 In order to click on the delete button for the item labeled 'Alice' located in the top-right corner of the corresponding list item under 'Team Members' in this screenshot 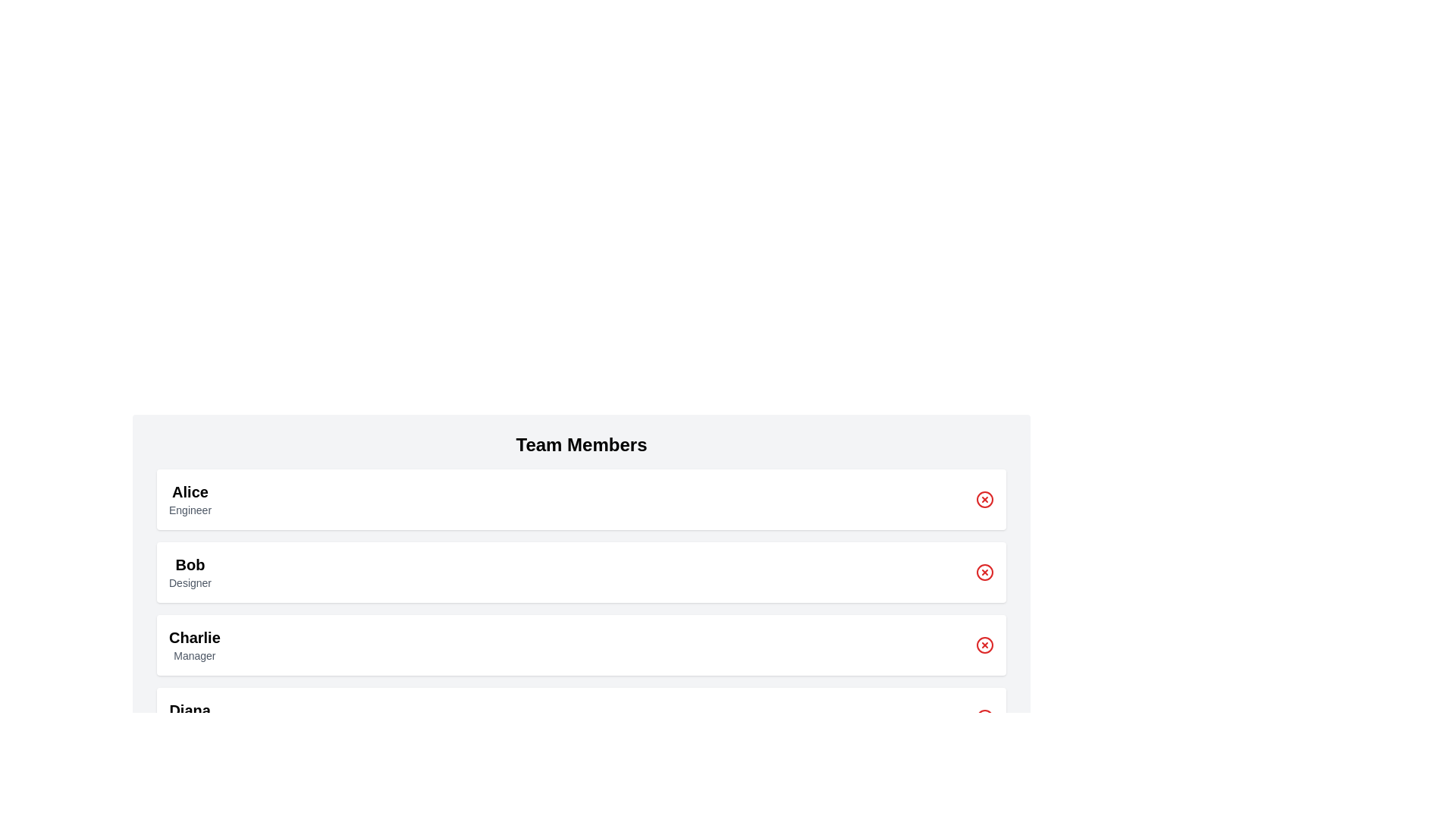, I will do `click(985, 500)`.